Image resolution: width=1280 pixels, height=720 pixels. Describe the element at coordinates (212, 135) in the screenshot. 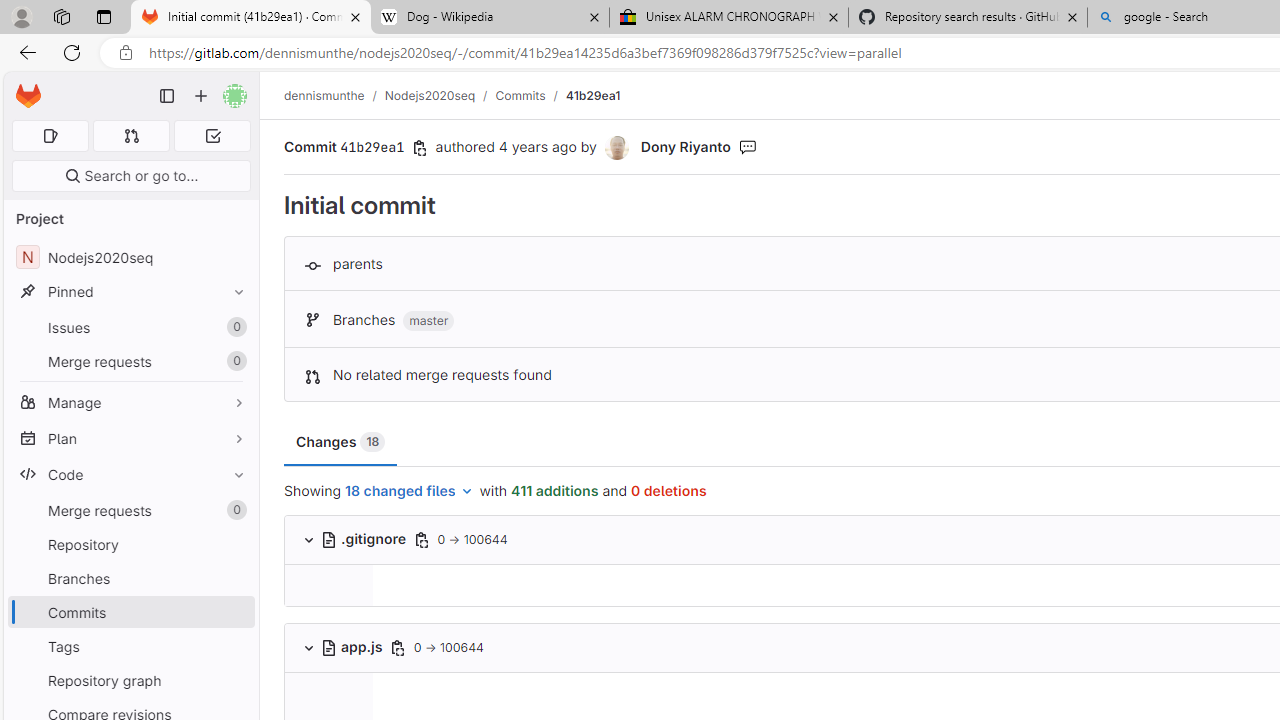

I see `'To-Do list 0'` at that location.